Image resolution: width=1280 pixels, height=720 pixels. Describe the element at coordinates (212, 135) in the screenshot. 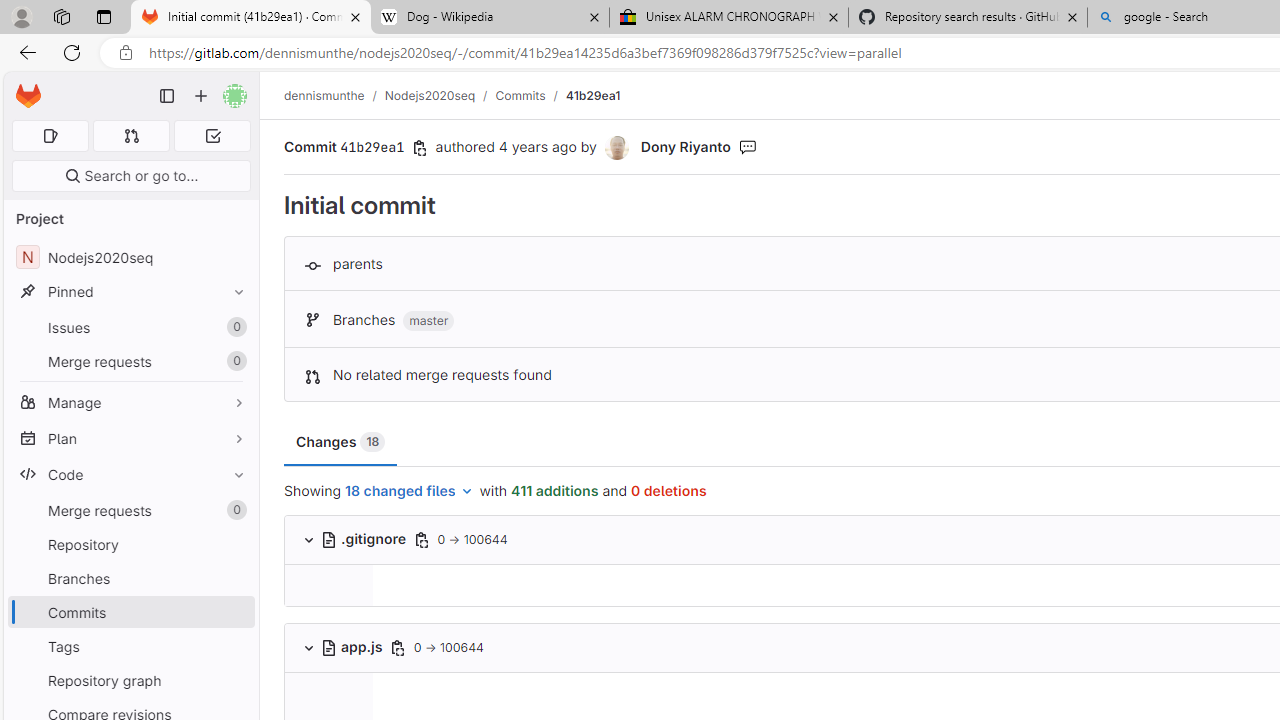

I see `'To-Do list 0'` at that location.